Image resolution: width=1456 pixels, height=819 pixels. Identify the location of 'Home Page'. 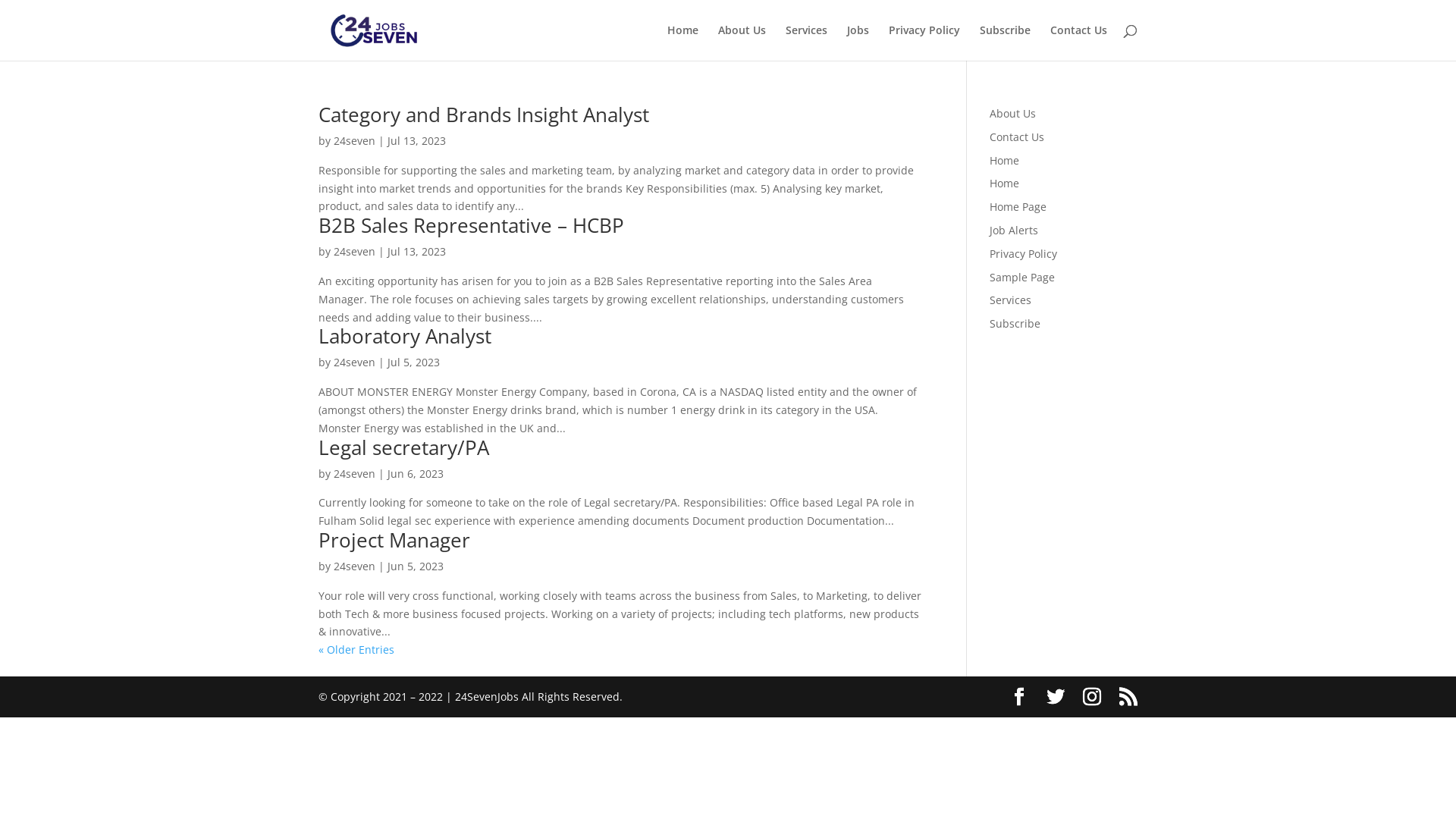
(1018, 206).